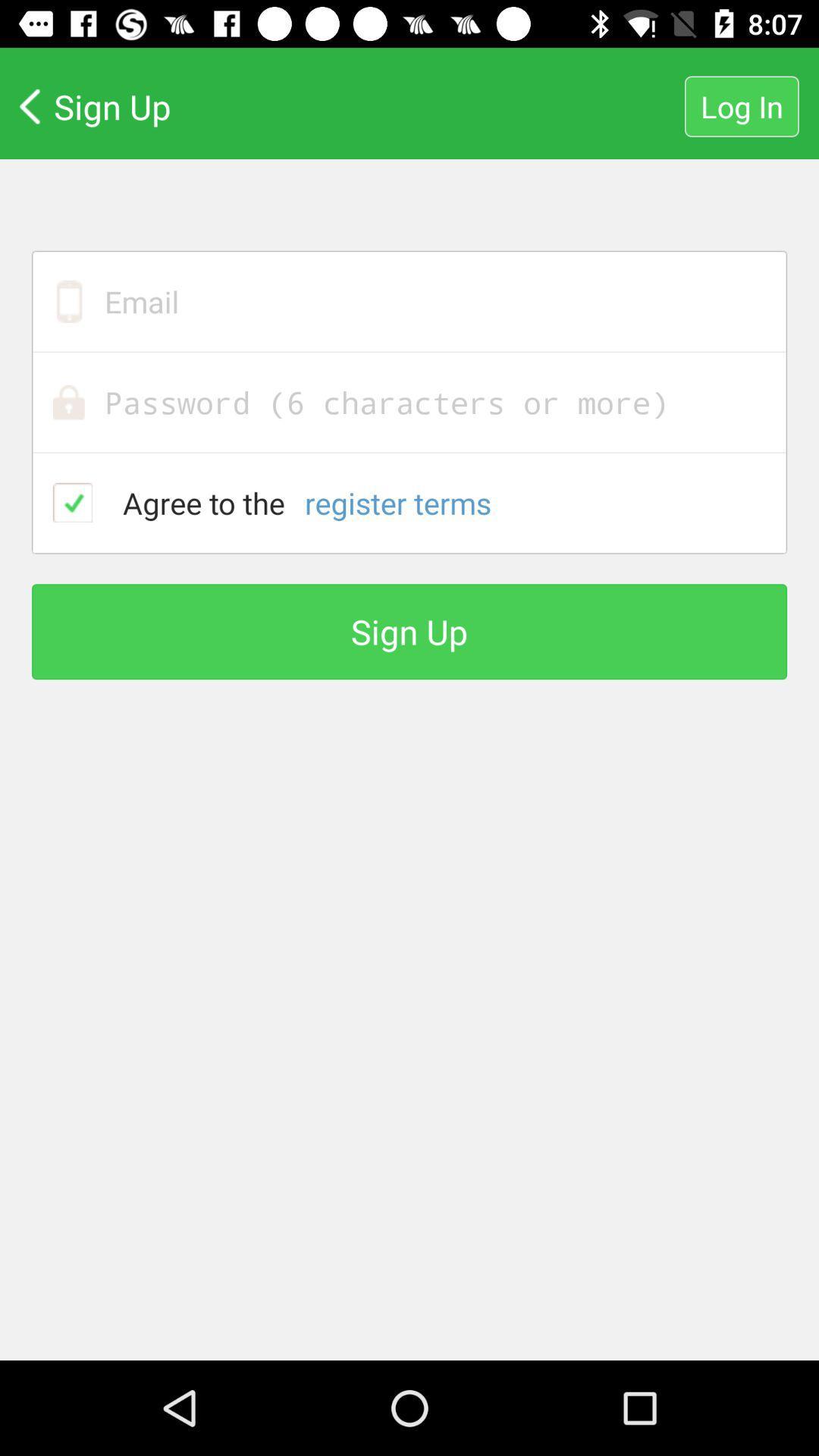  I want to click on icon to the right of the sign up item, so click(741, 105).